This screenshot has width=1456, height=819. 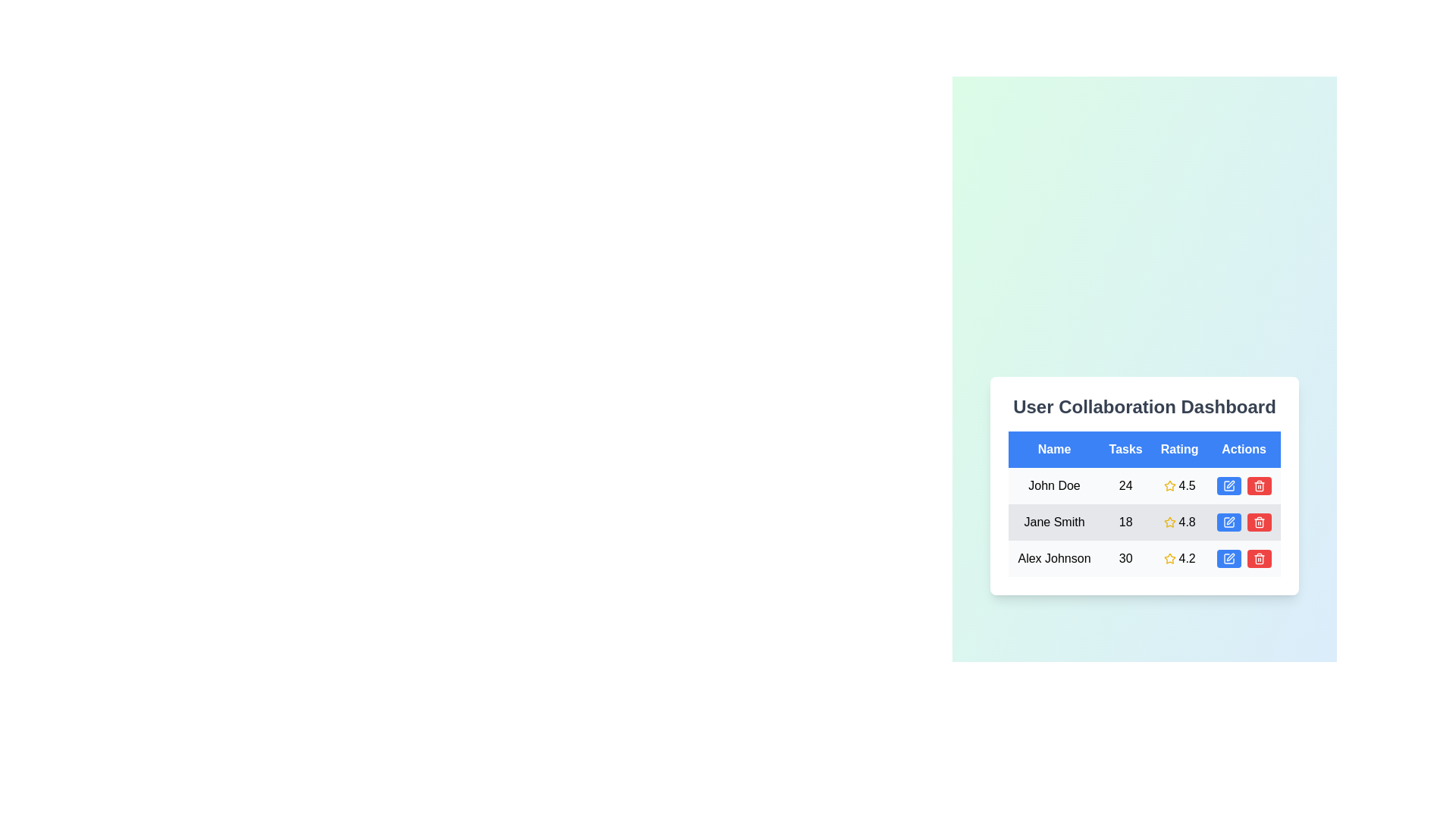 I want to click on the trash can icon in the 'Actions' column of the 'User Collaboration Dashboard', so click(x=1259, y=558).